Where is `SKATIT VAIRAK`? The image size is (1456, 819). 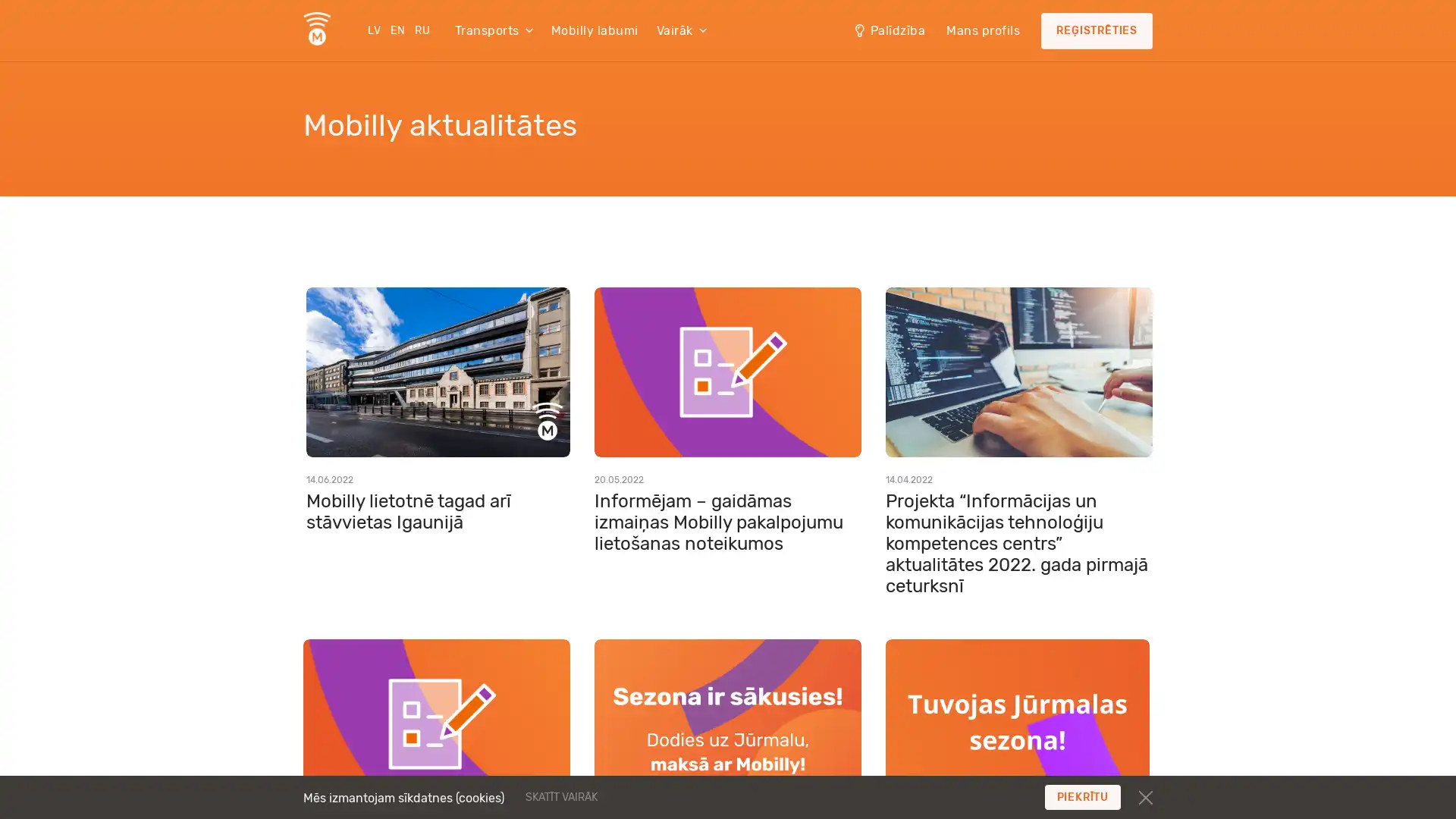 SKATIT VAIRAK is located at coordinates (654, 795).